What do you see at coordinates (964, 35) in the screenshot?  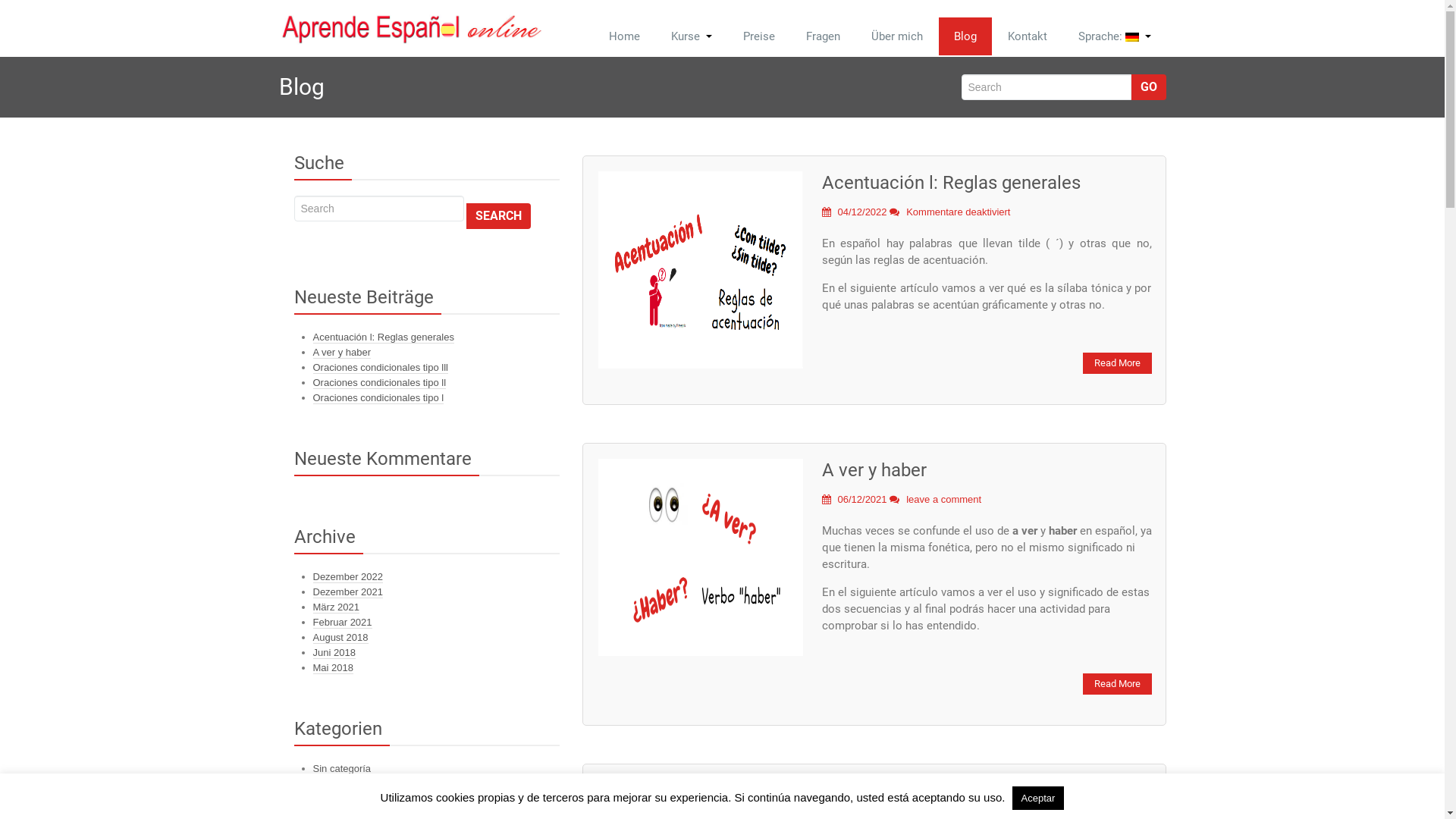 I see `'Blog'` at bounding box center [964, 35].